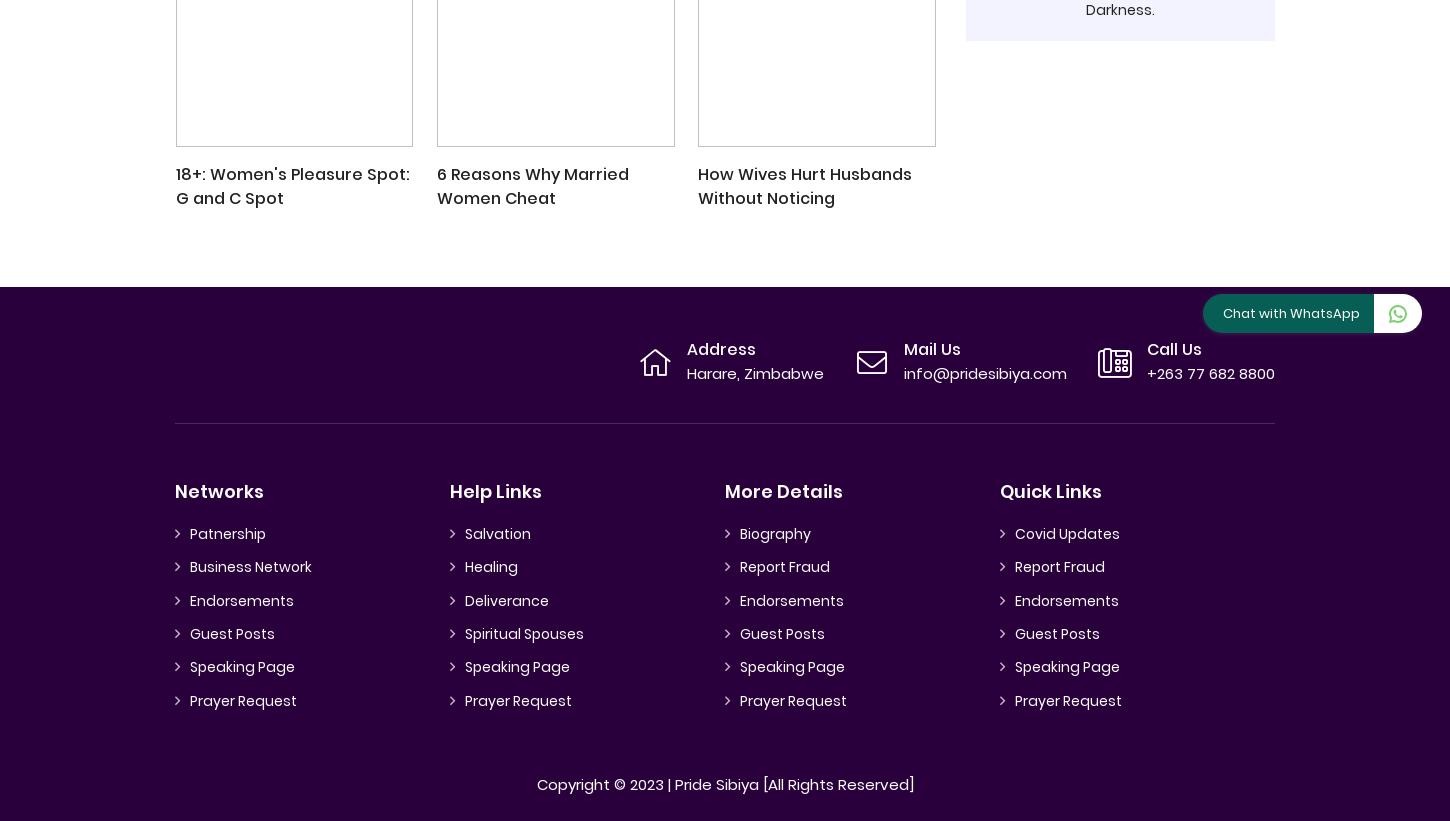 The image size is (1450, 821). What do you see at coordinates (524, 632) in the screenshot?
I see `'Spiritual Spouses'` at bounding box center [524, 632].